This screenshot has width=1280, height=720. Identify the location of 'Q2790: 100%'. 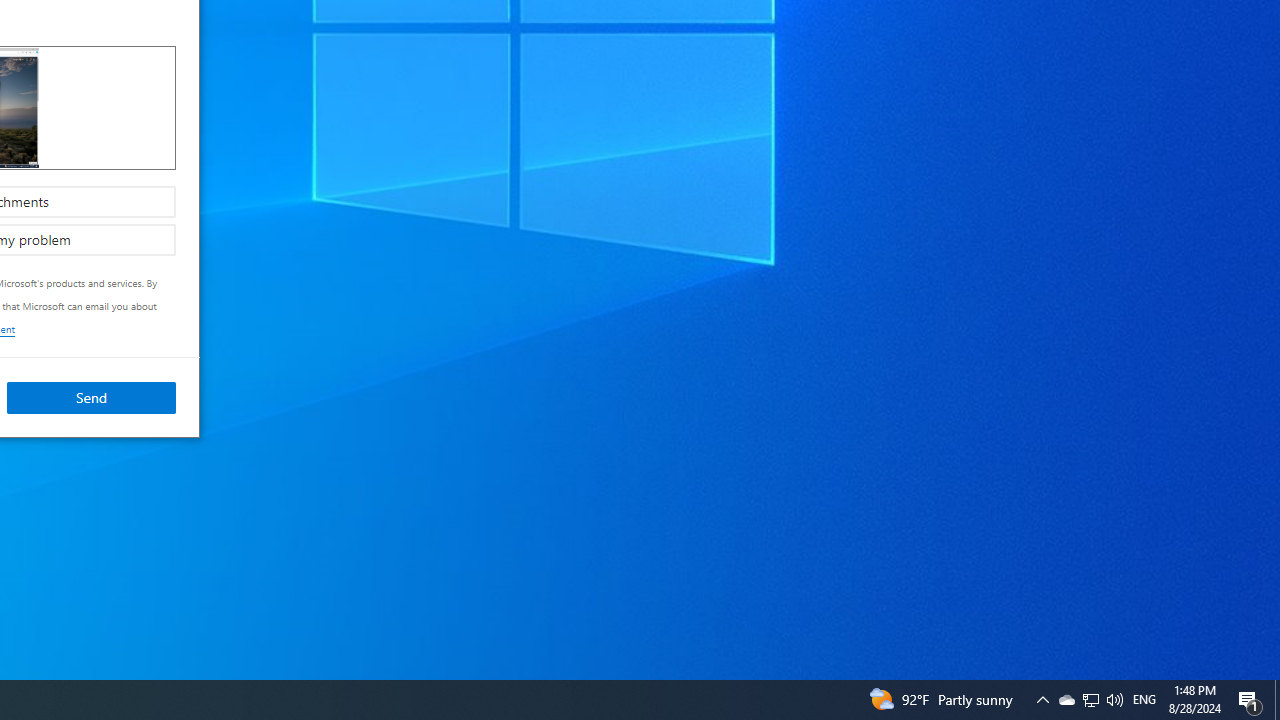
(1090, 698).